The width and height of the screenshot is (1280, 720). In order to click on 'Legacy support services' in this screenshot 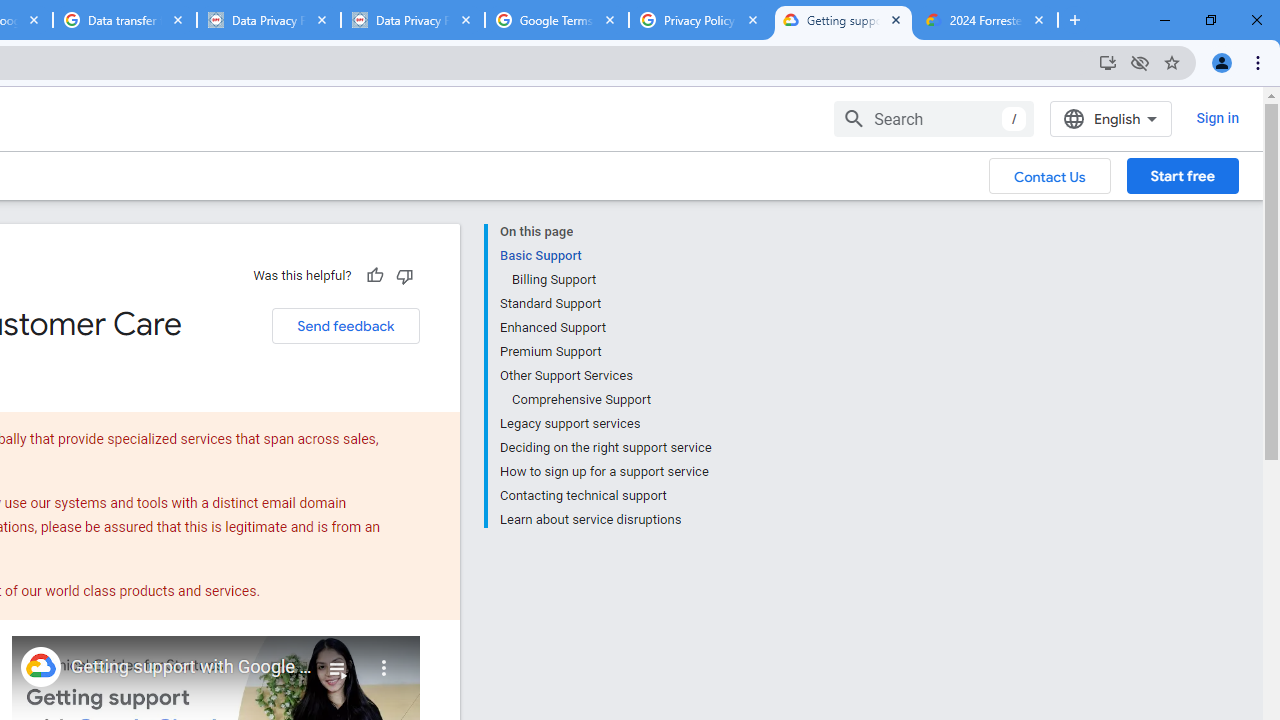, I will do `click(604, 423)`.